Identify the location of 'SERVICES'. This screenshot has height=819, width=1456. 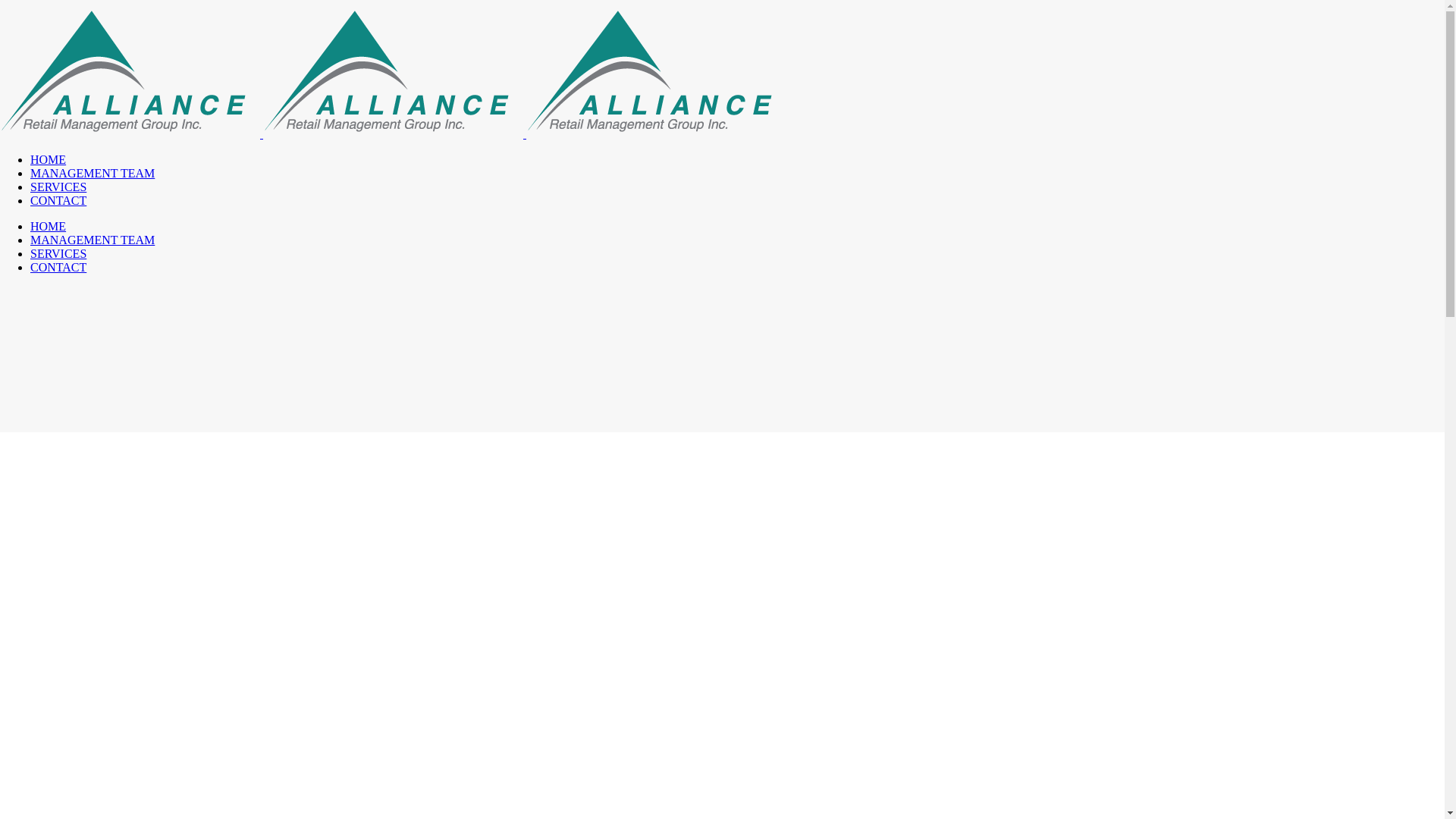
(30, 186).